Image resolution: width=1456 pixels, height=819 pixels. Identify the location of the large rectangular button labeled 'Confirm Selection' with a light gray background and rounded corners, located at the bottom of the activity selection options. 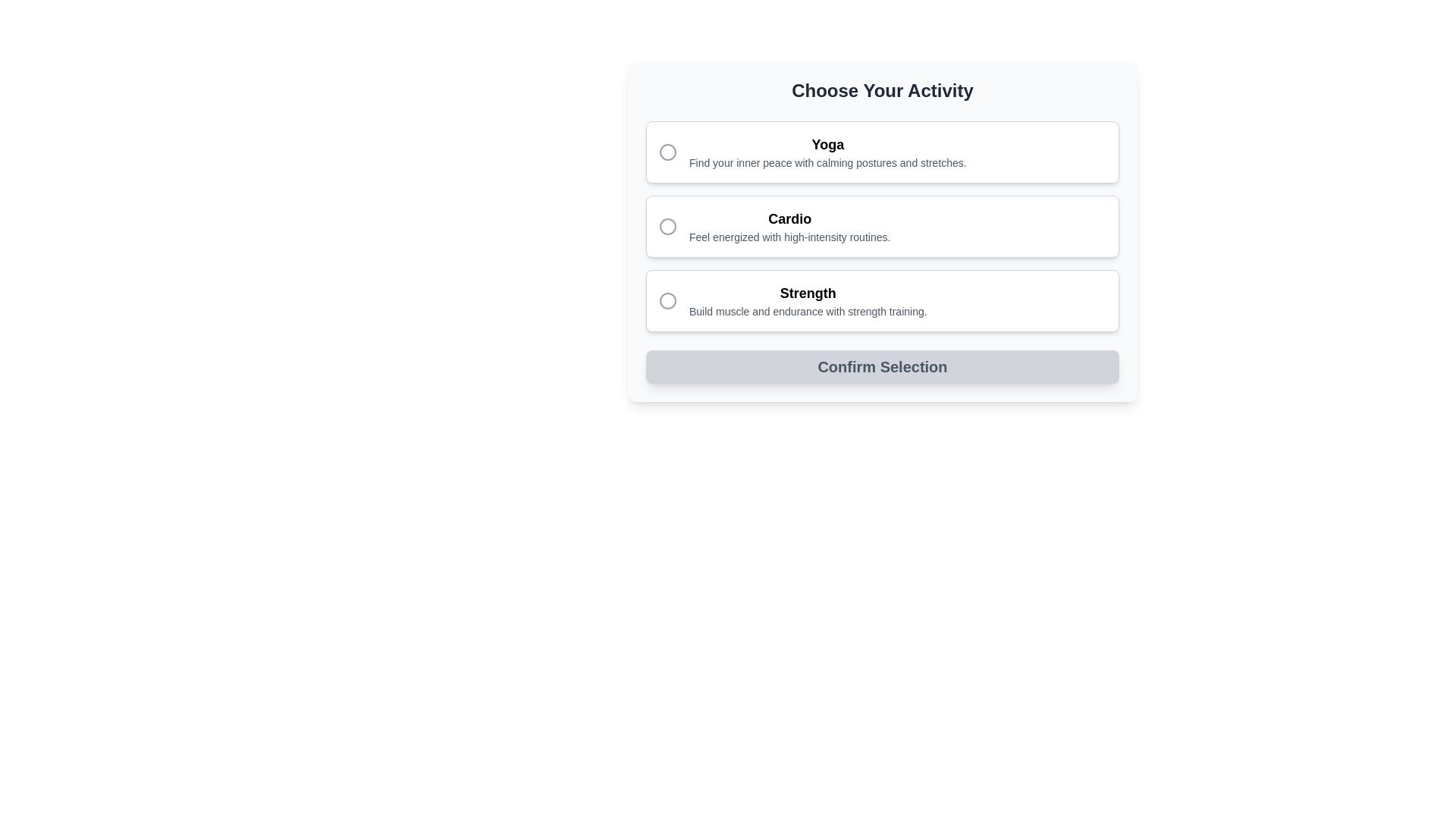
(882, 366).